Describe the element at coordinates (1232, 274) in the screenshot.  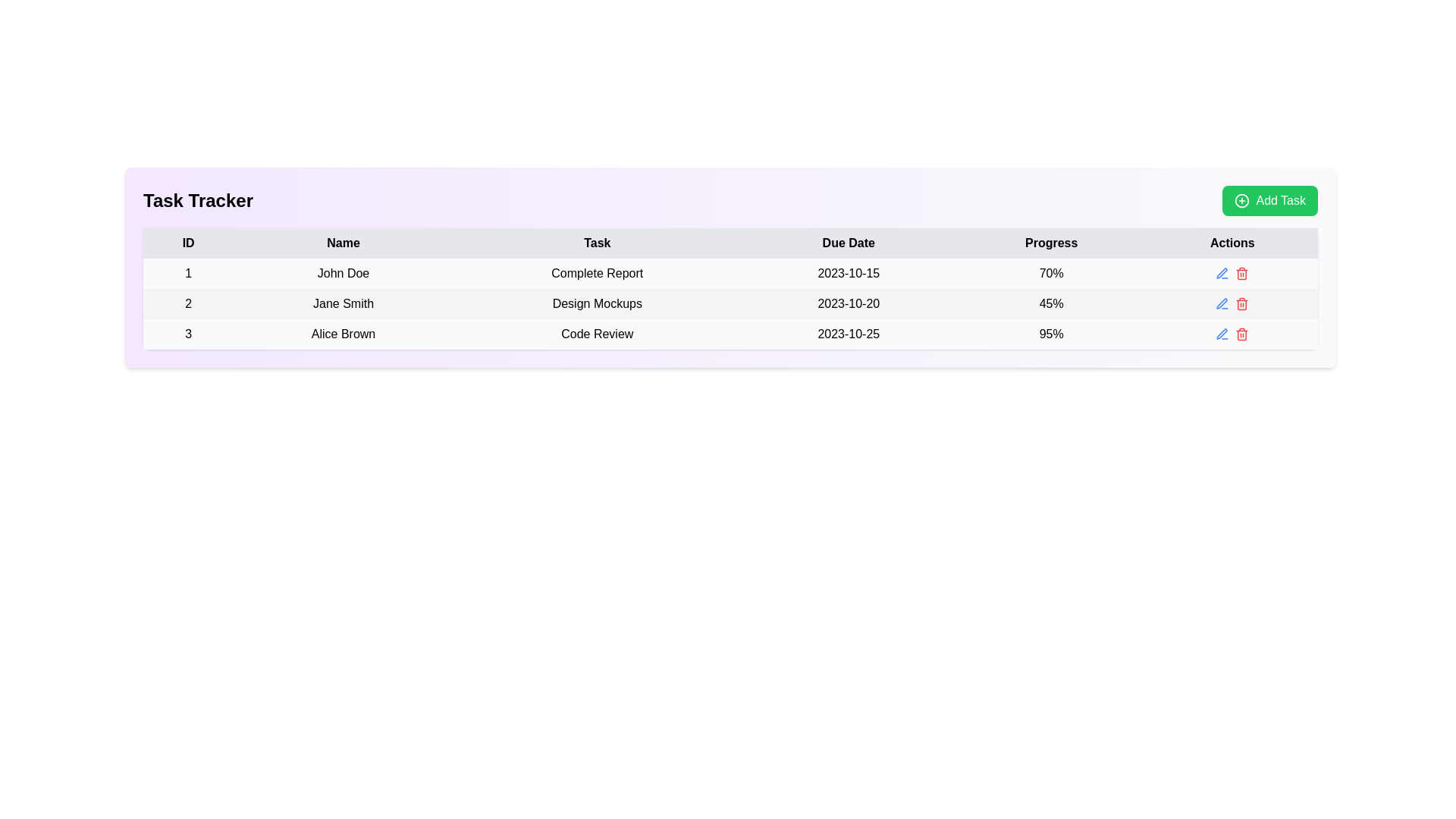
I see `the edit icon located at the far right of the first row in the table under the 'Actions' column` at that location.